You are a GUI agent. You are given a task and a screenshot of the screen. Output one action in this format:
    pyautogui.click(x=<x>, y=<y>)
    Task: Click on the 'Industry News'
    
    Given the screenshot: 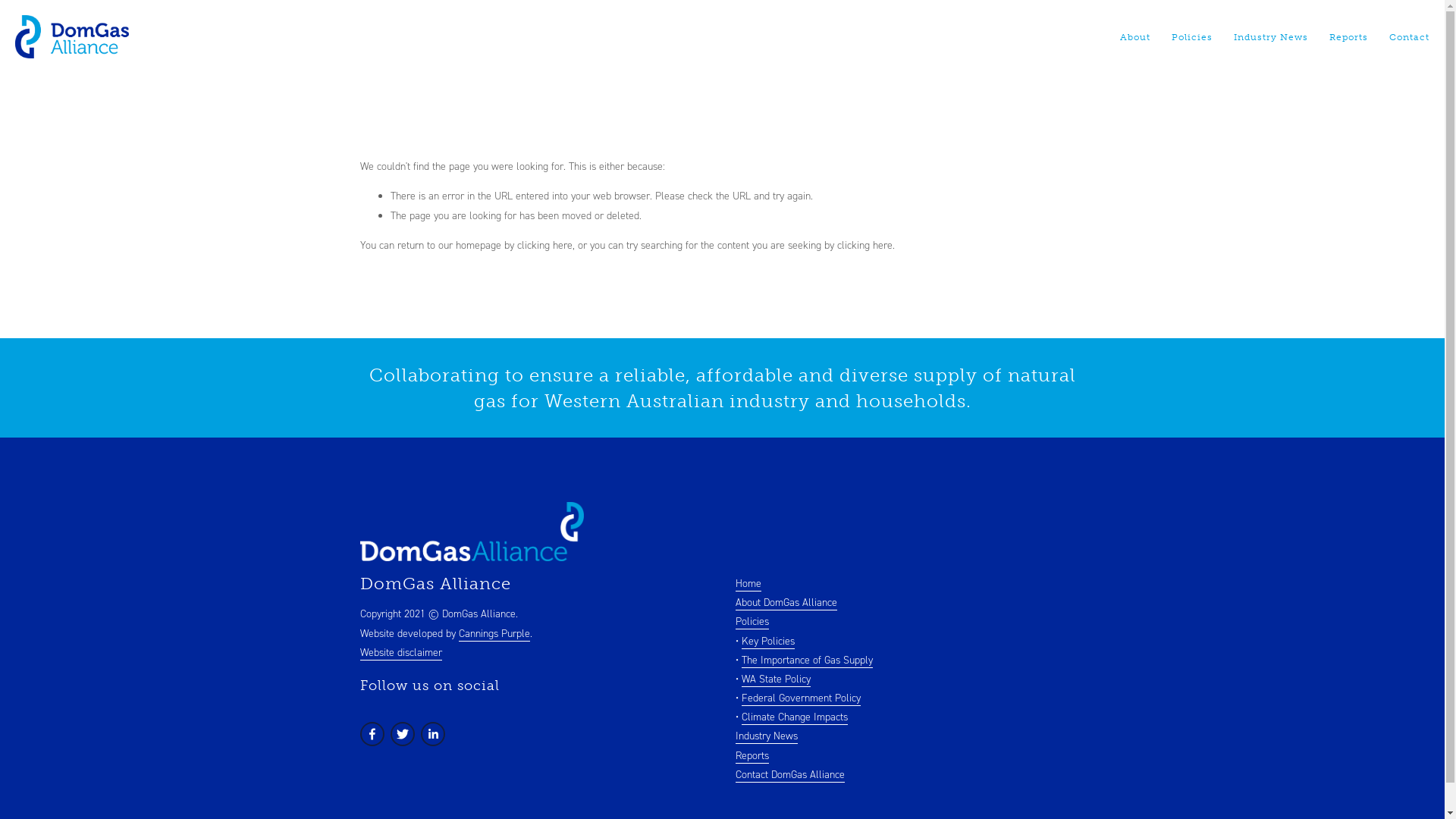 What is the action you would take?
    pyautogui.click(x=1270, y=36)
    